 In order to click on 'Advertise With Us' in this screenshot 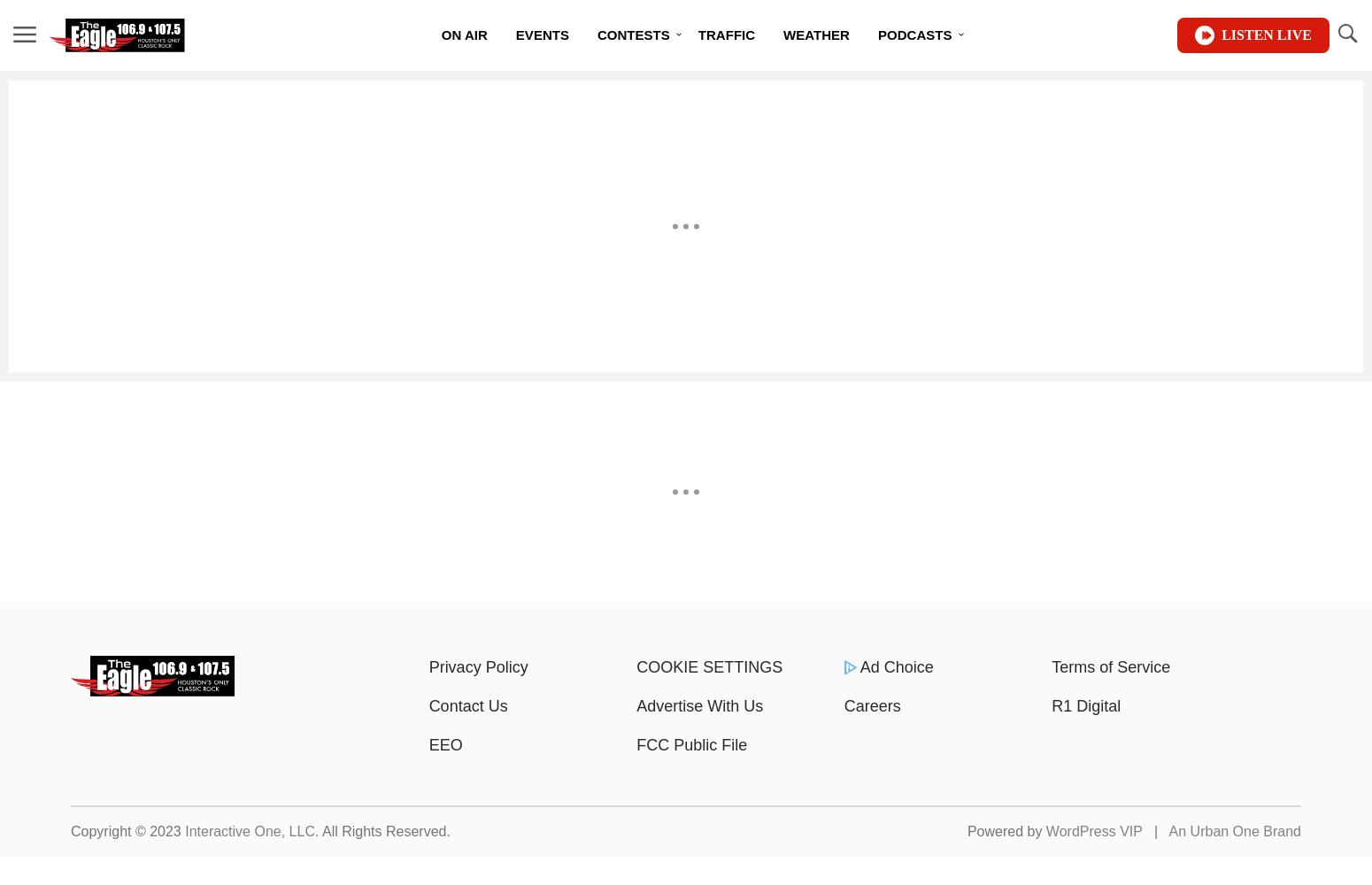, I will do `click(698, 706)`.